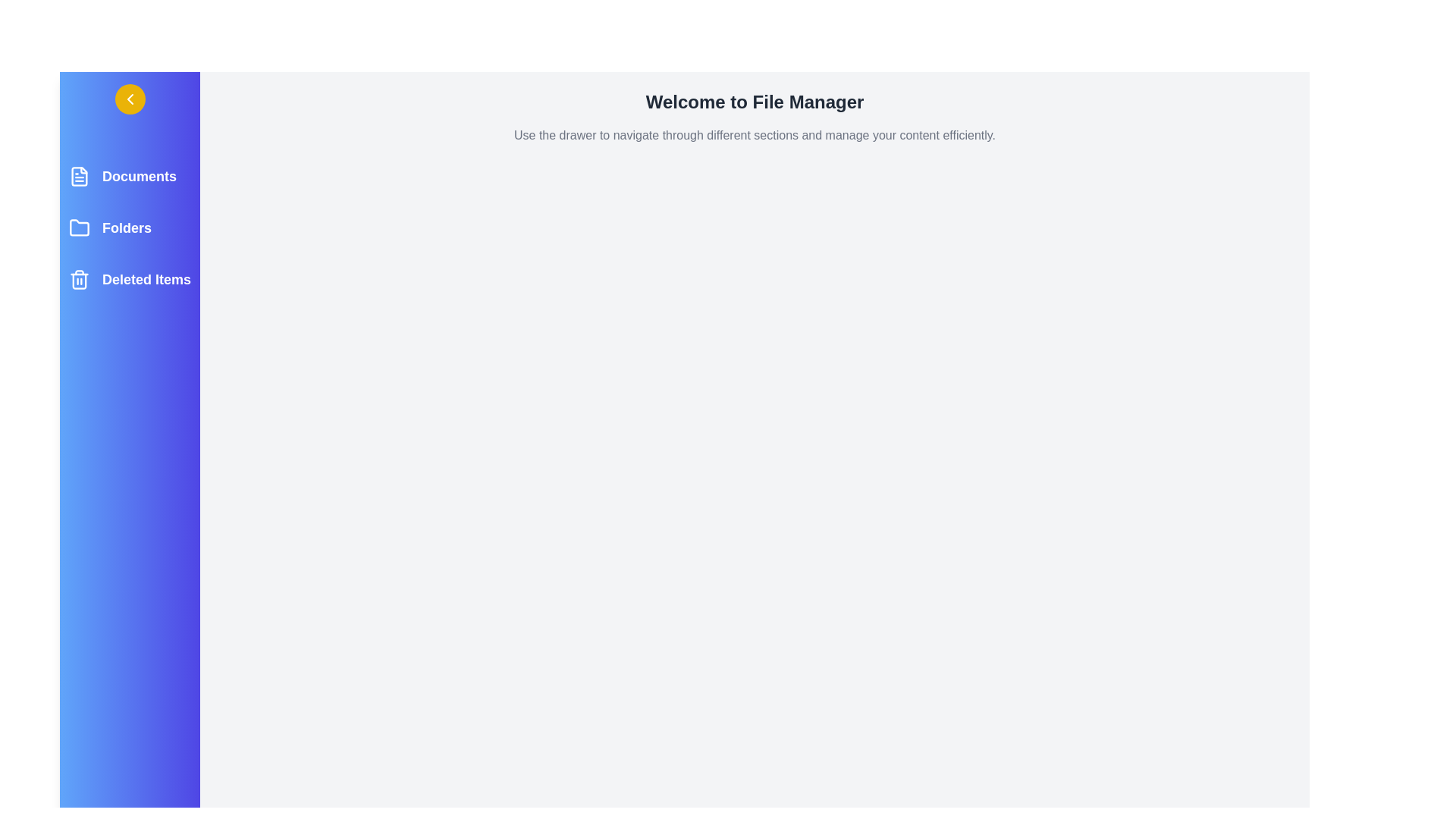 The height and width of the screenshot is (819, 1456). What do you see at coordinates (130, 280) in the screenshot?
I see `the section Deleted Items from the sidebar` at bounding box center [130, 280].